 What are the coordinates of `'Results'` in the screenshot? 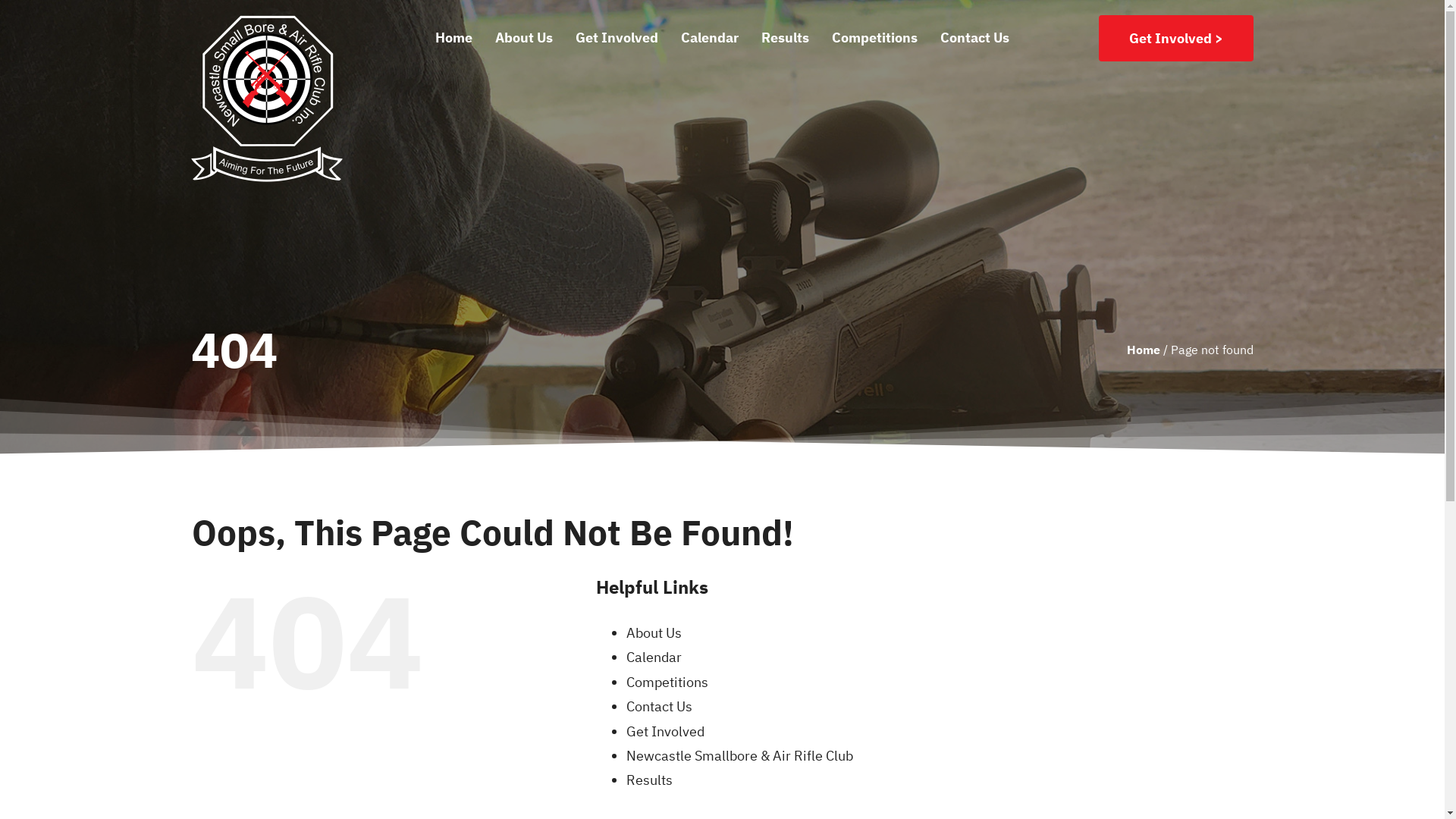 It's located at (649, 780).